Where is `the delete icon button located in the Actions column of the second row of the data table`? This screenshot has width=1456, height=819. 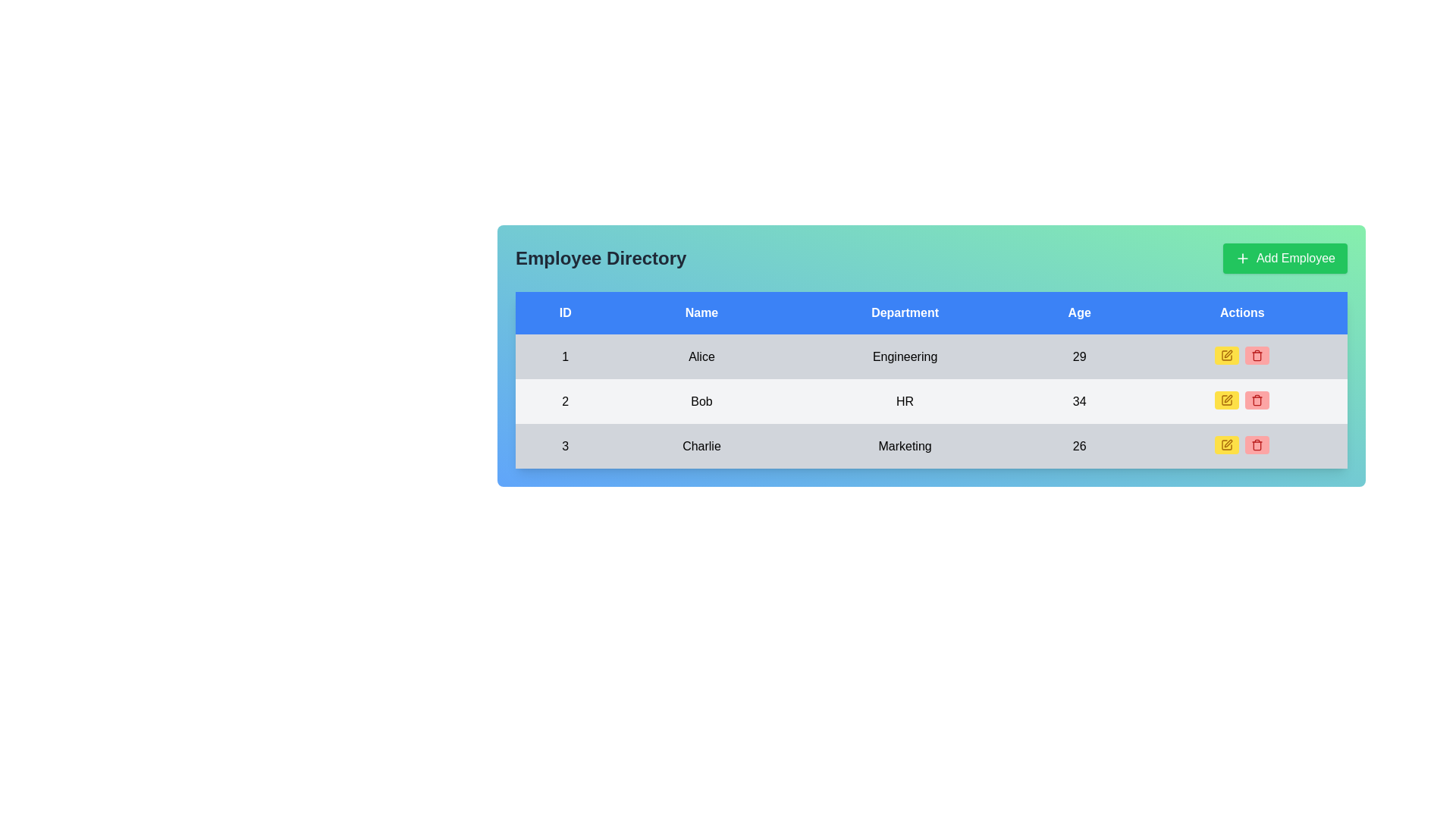
the delete icon button located in the Actions column of the second row of the data table is located at coordinates (1257, 356).